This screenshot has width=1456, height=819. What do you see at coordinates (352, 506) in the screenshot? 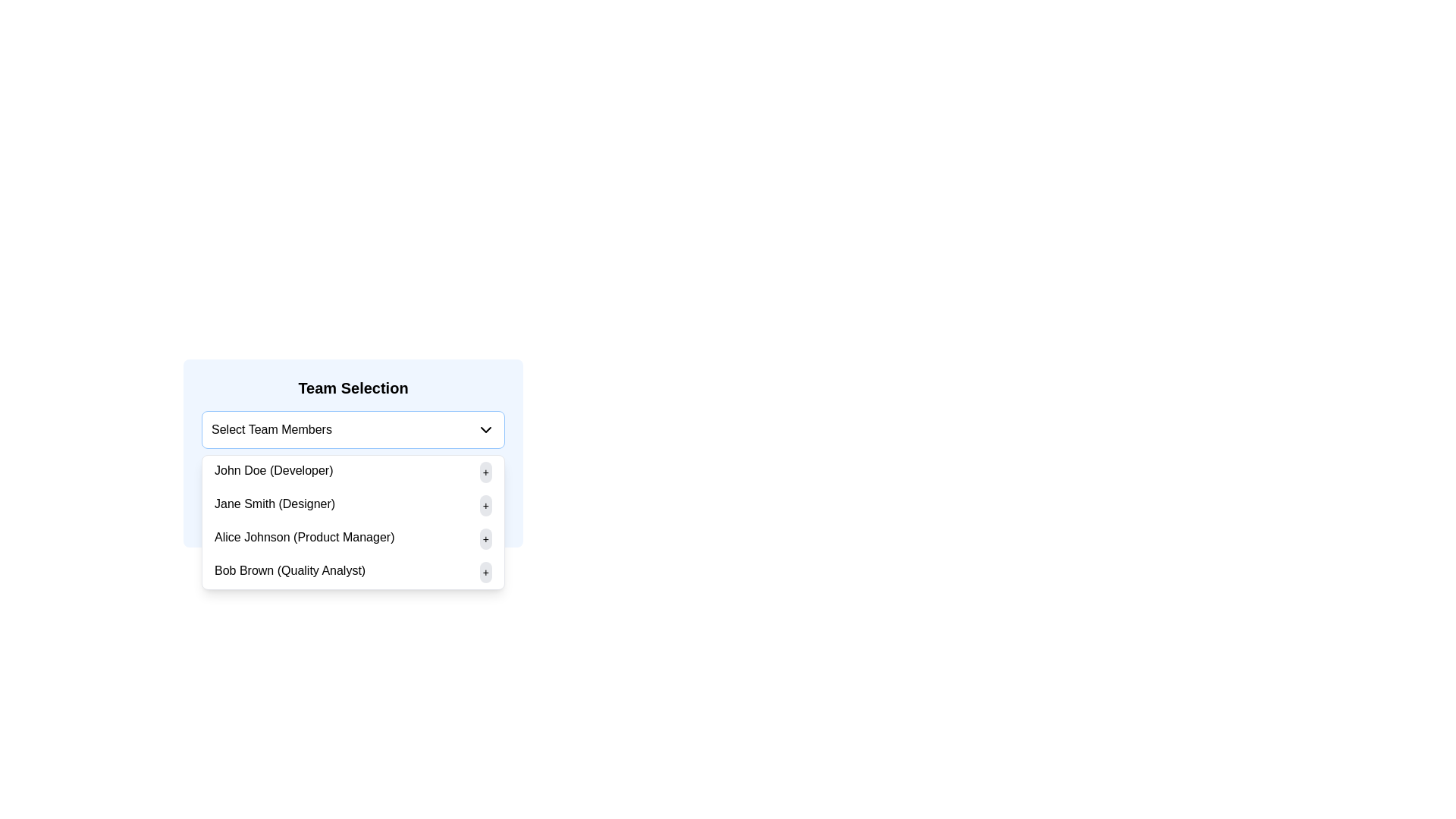
I see `the name of the team member in the second option of the Team Selection dropdown` at bounding box center [352, 506].